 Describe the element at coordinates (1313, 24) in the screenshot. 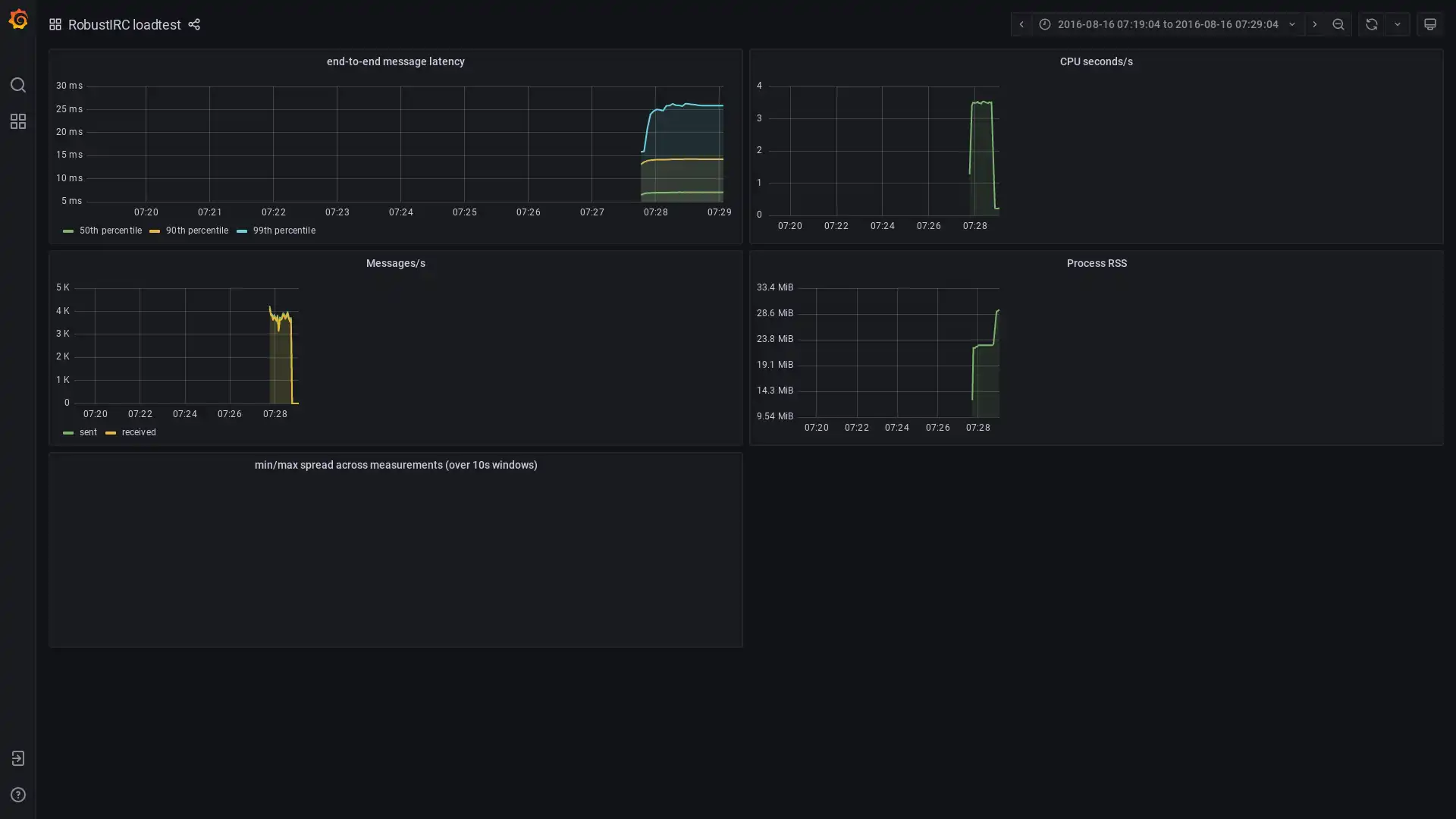

I see `Move time range forwards` at that location.